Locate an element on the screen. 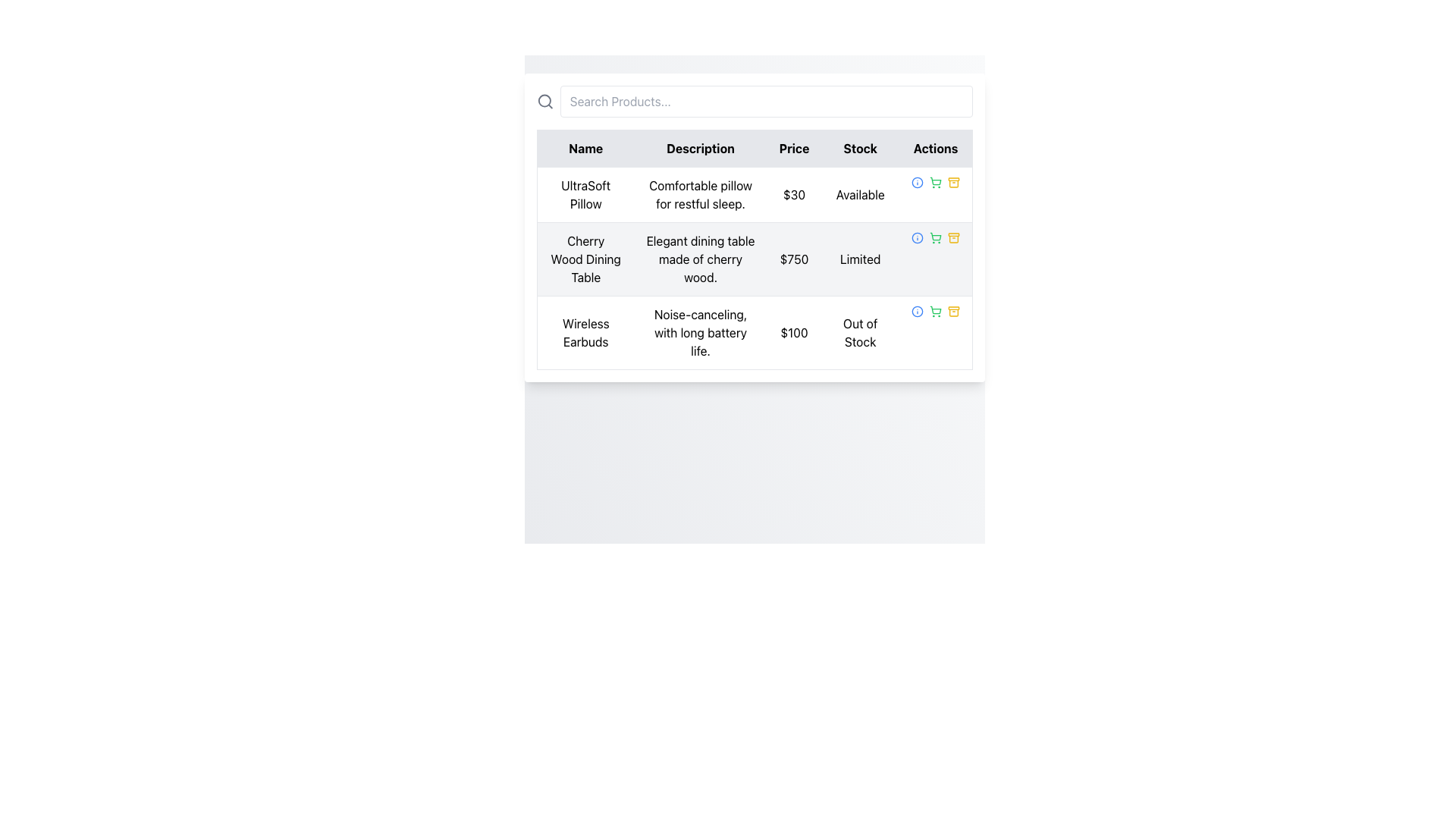 The width and height of the screenshot is (1456, 819). the Icon button in the 'Actions' column of the second row for the 'Cherry Wood Dining Table' is located at coordinates (952, 239).